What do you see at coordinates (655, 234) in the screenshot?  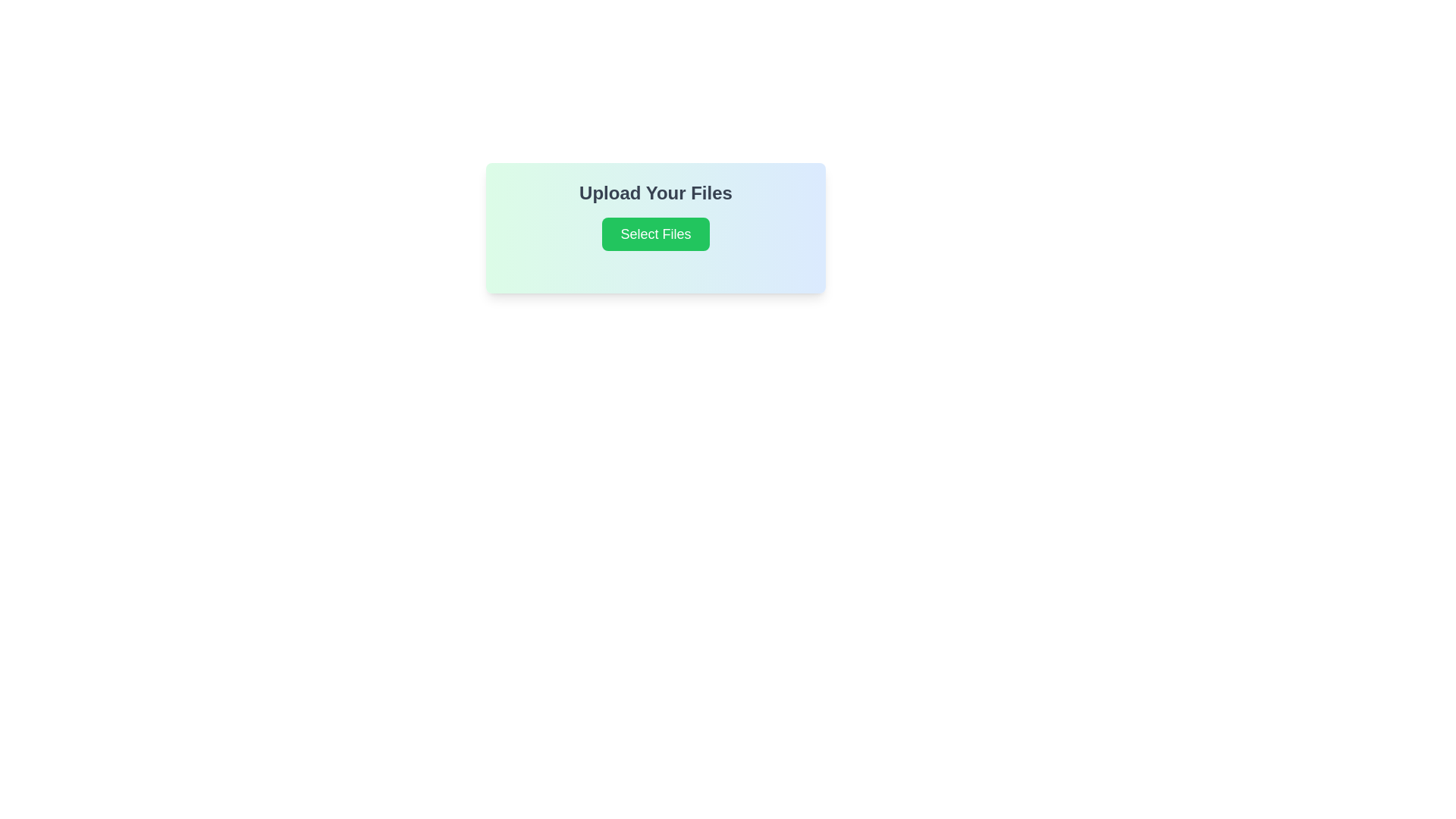 I see `the 'Select Files' button, which is a green rectangular button with rounded corners located centrally below the text 'Upload Your Files'` at bounding box center [655, 234].